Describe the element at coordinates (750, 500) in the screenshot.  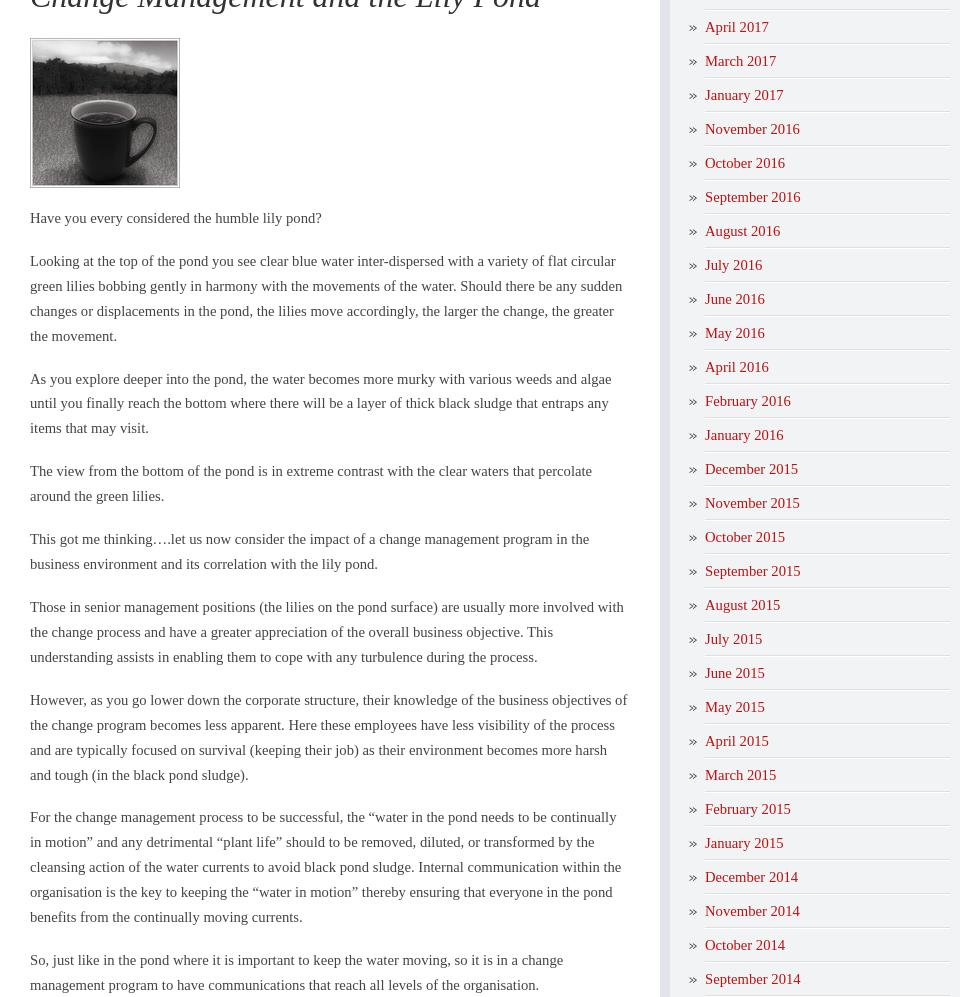
I see `'November 2015'` at that location.